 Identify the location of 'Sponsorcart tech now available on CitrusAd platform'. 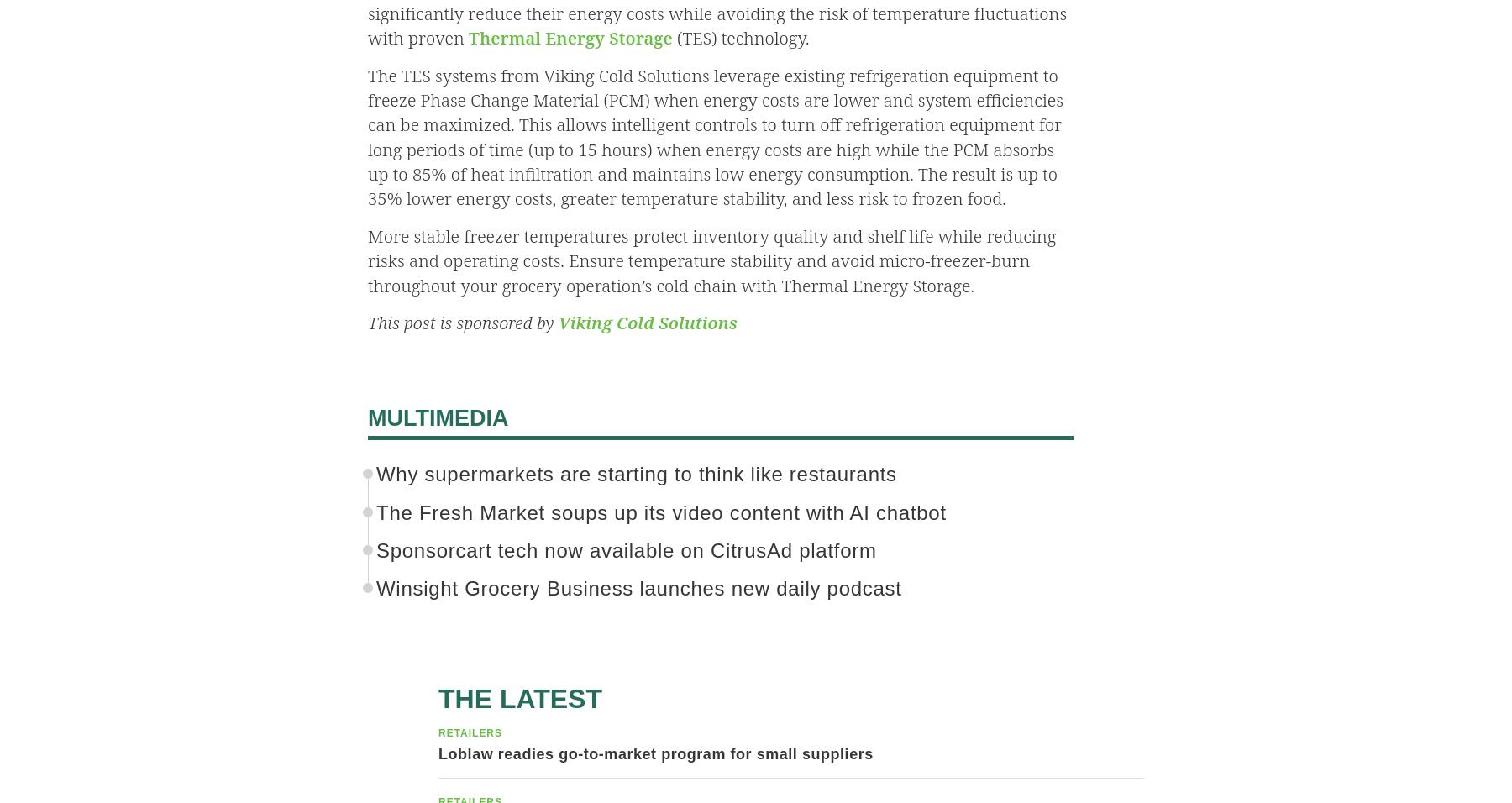
(625, 550).